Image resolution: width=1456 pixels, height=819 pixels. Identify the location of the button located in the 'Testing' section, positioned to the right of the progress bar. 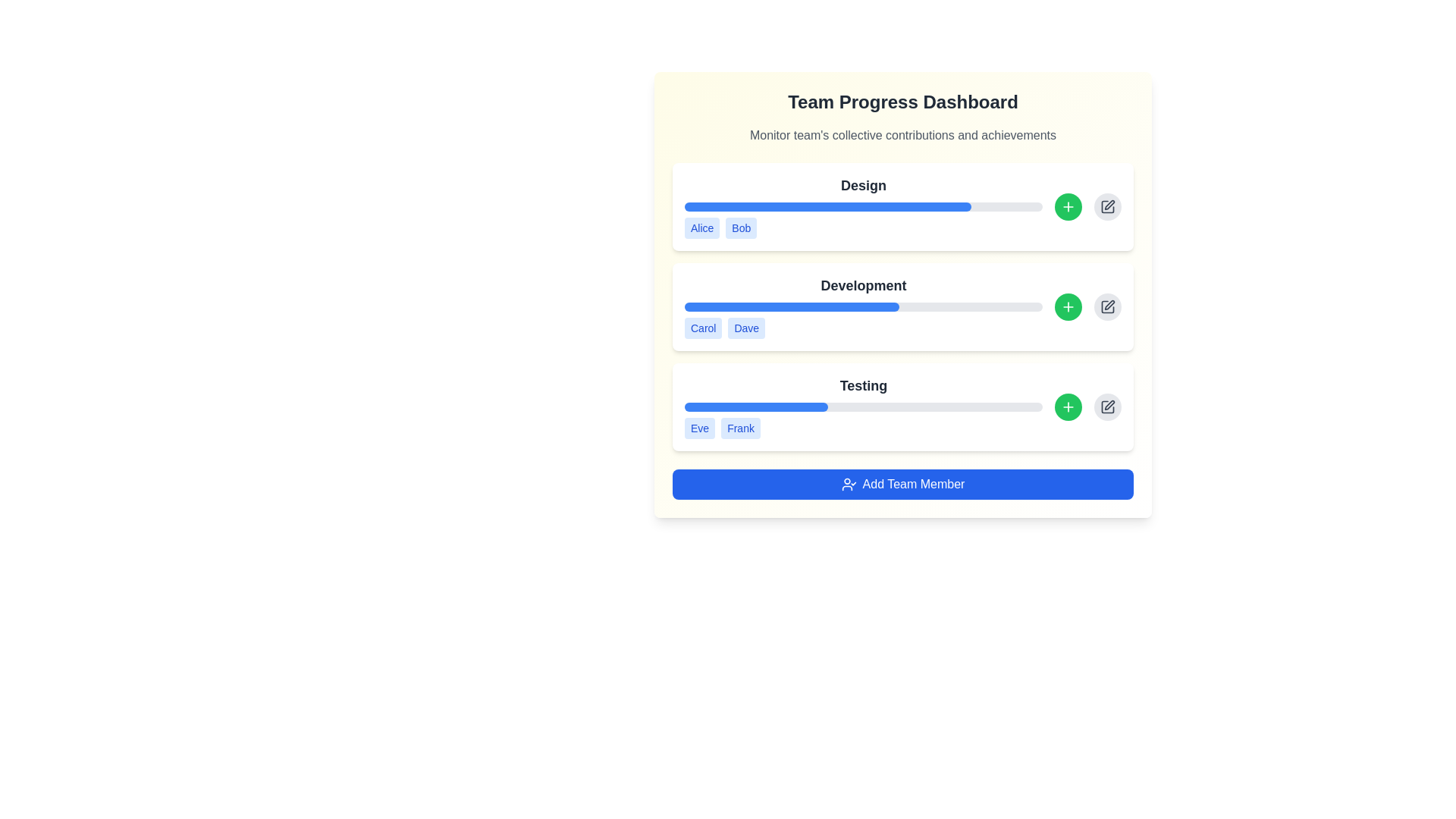
(1068, 406).